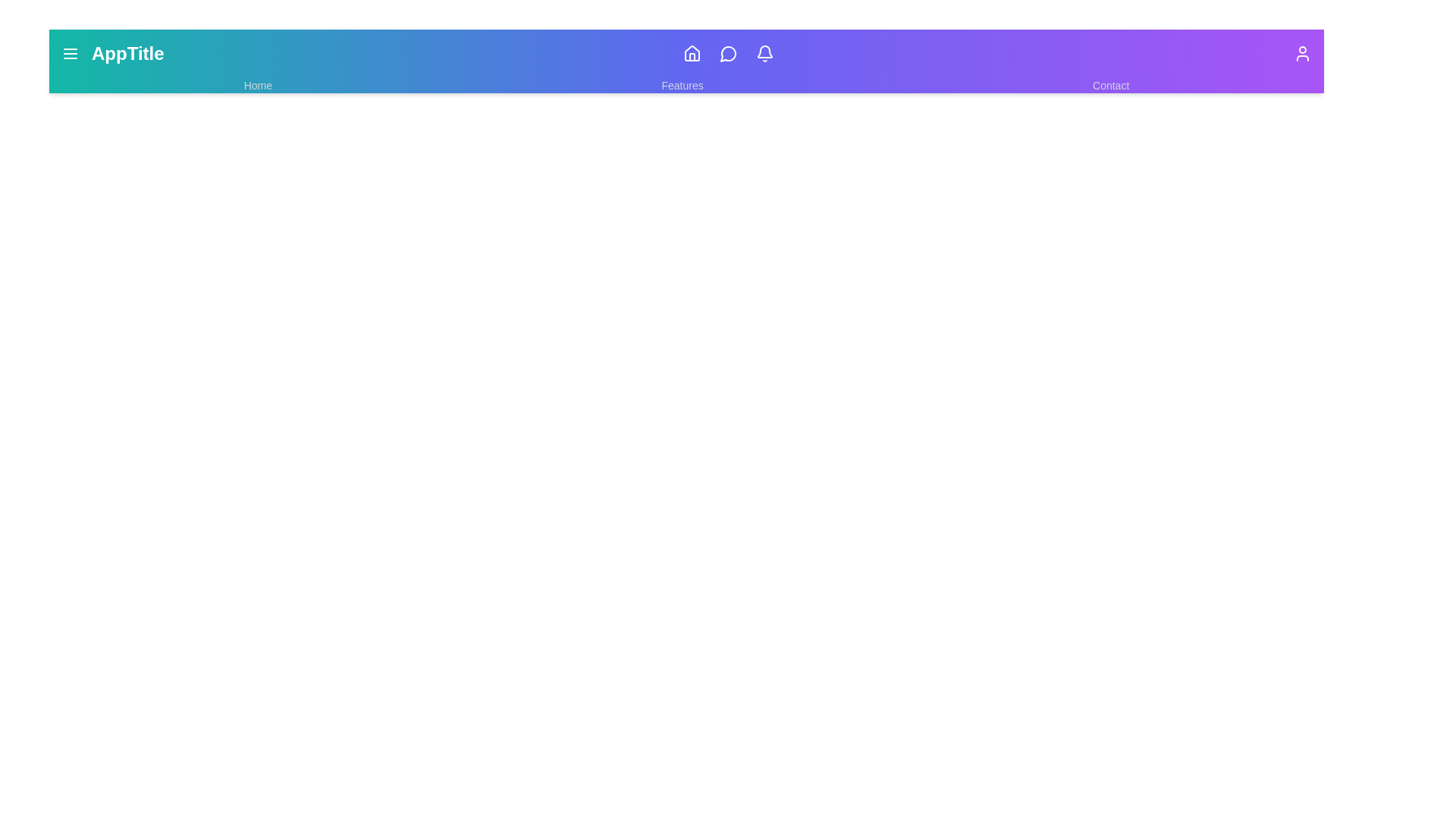  I want to click on the user icon to access the user profile, so click(1302, 52).